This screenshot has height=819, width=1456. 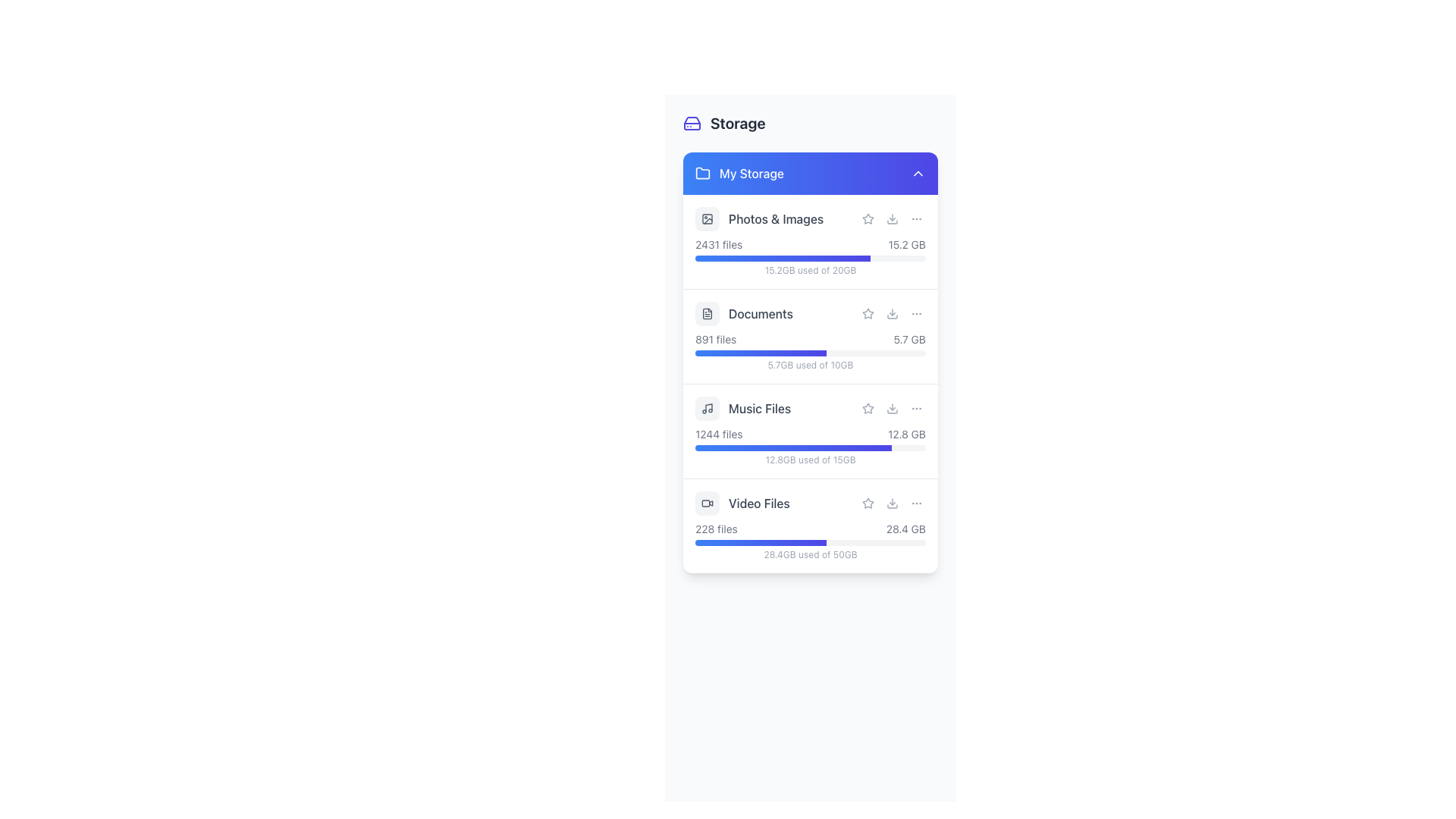 I want to click on the progress bar segment indicating utilized storage space for video files, located in the fourth section of the 'Storage' list, so click(x=761, y=542).